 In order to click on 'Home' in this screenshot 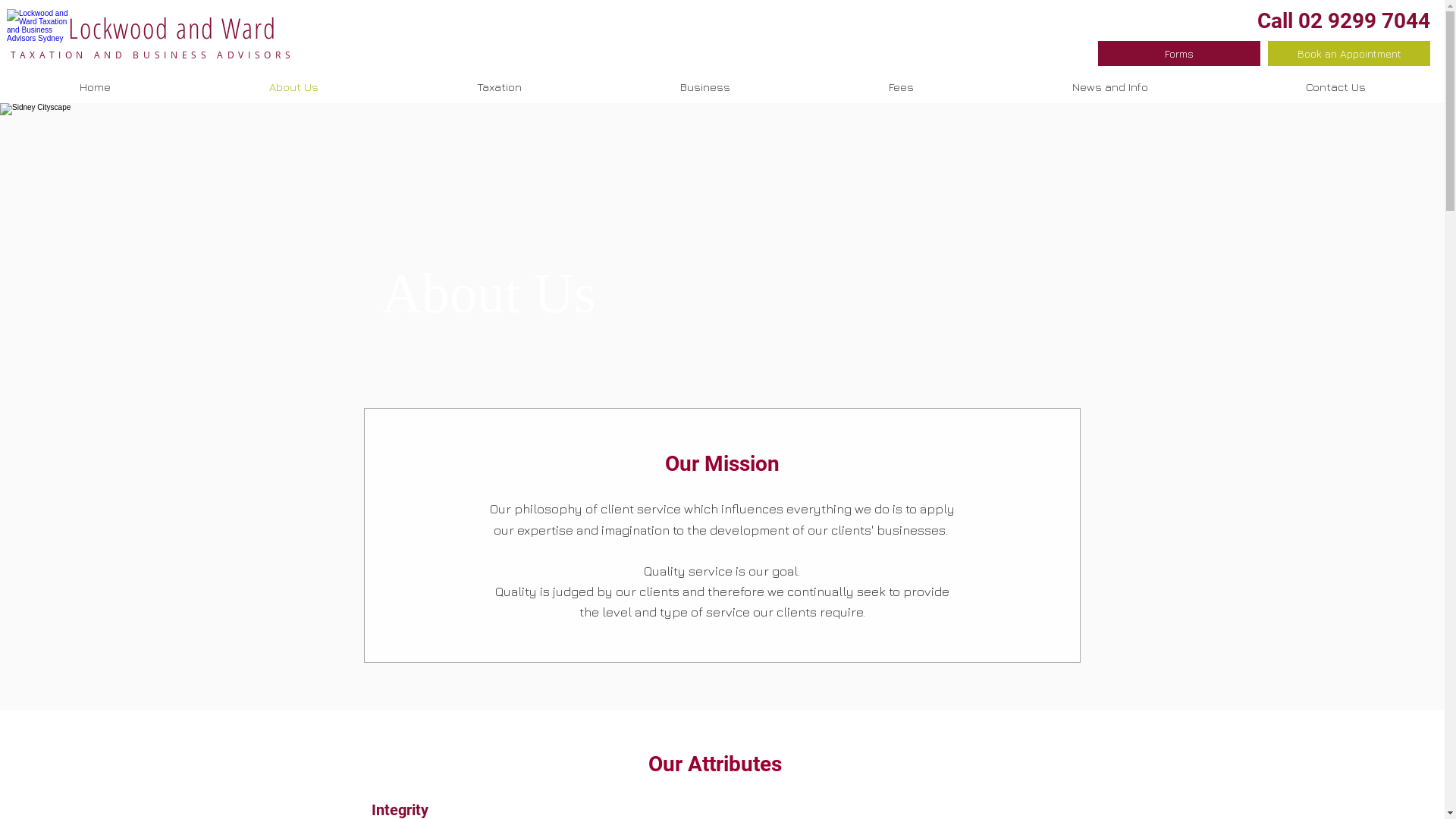, I will do `click(93, 87)`.